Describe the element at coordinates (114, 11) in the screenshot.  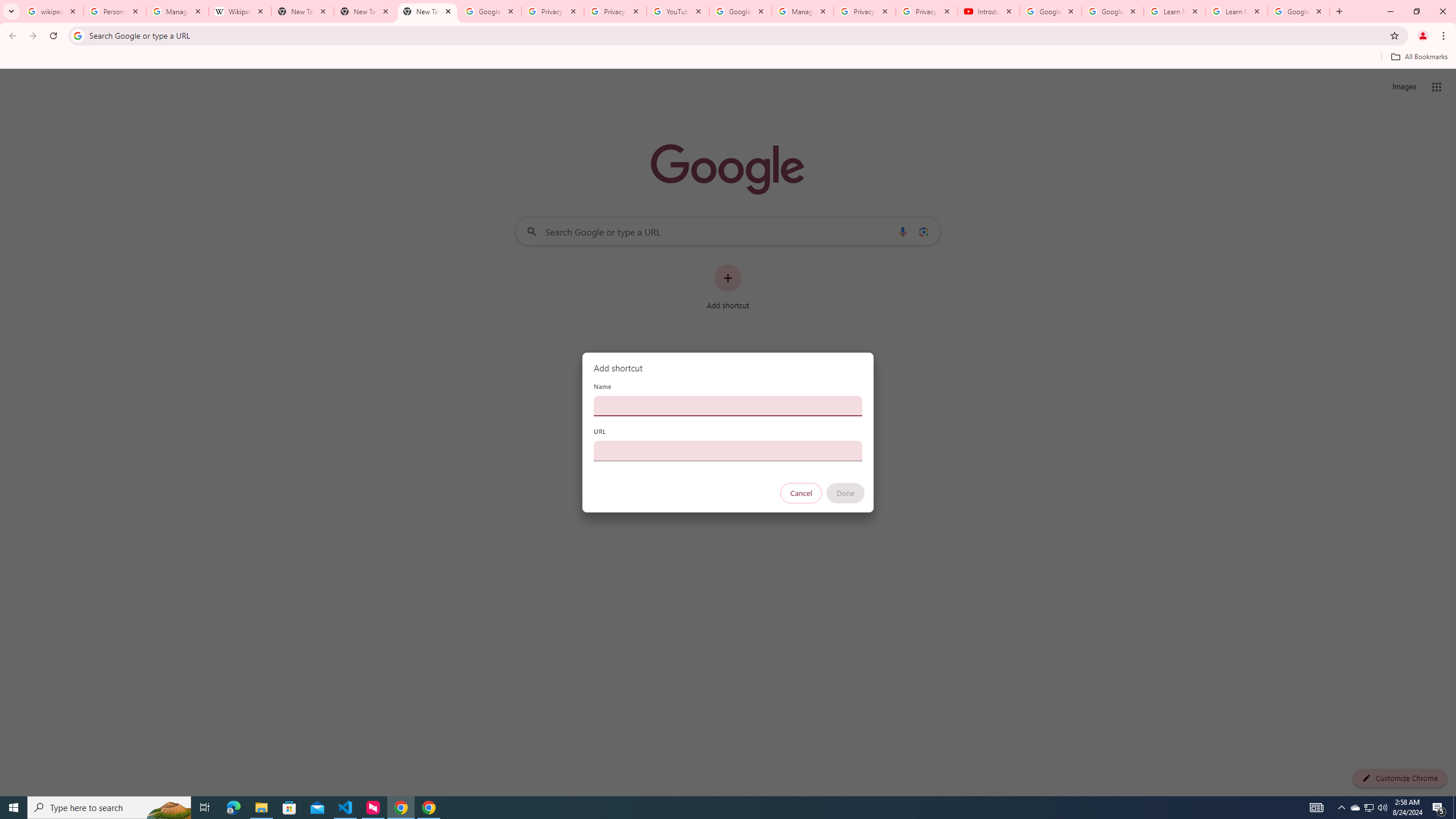
I see `'Personalization & Google Search results - Google Search Help'` at that location.